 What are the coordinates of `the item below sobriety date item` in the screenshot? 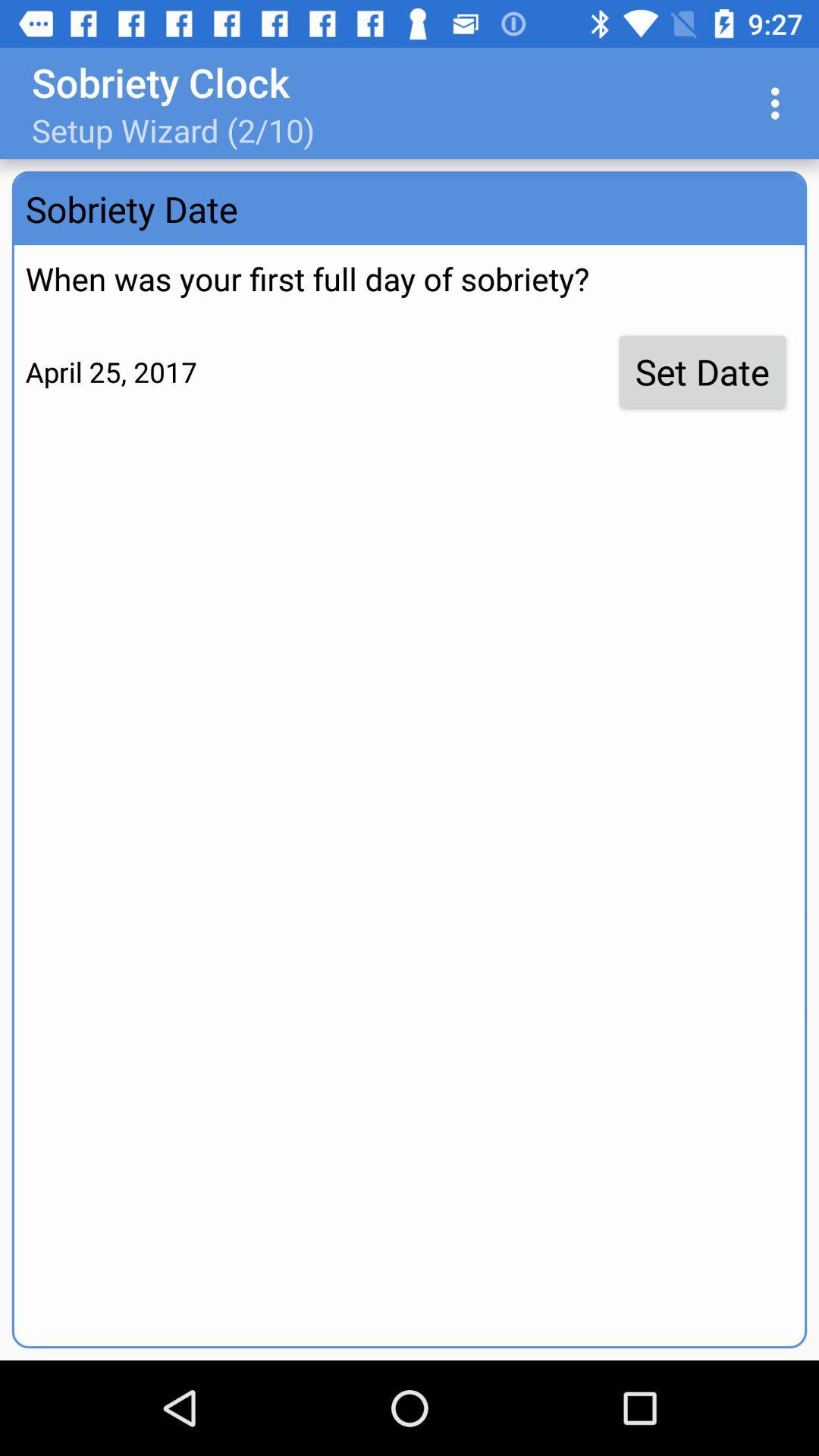 It's located at (702, 372).